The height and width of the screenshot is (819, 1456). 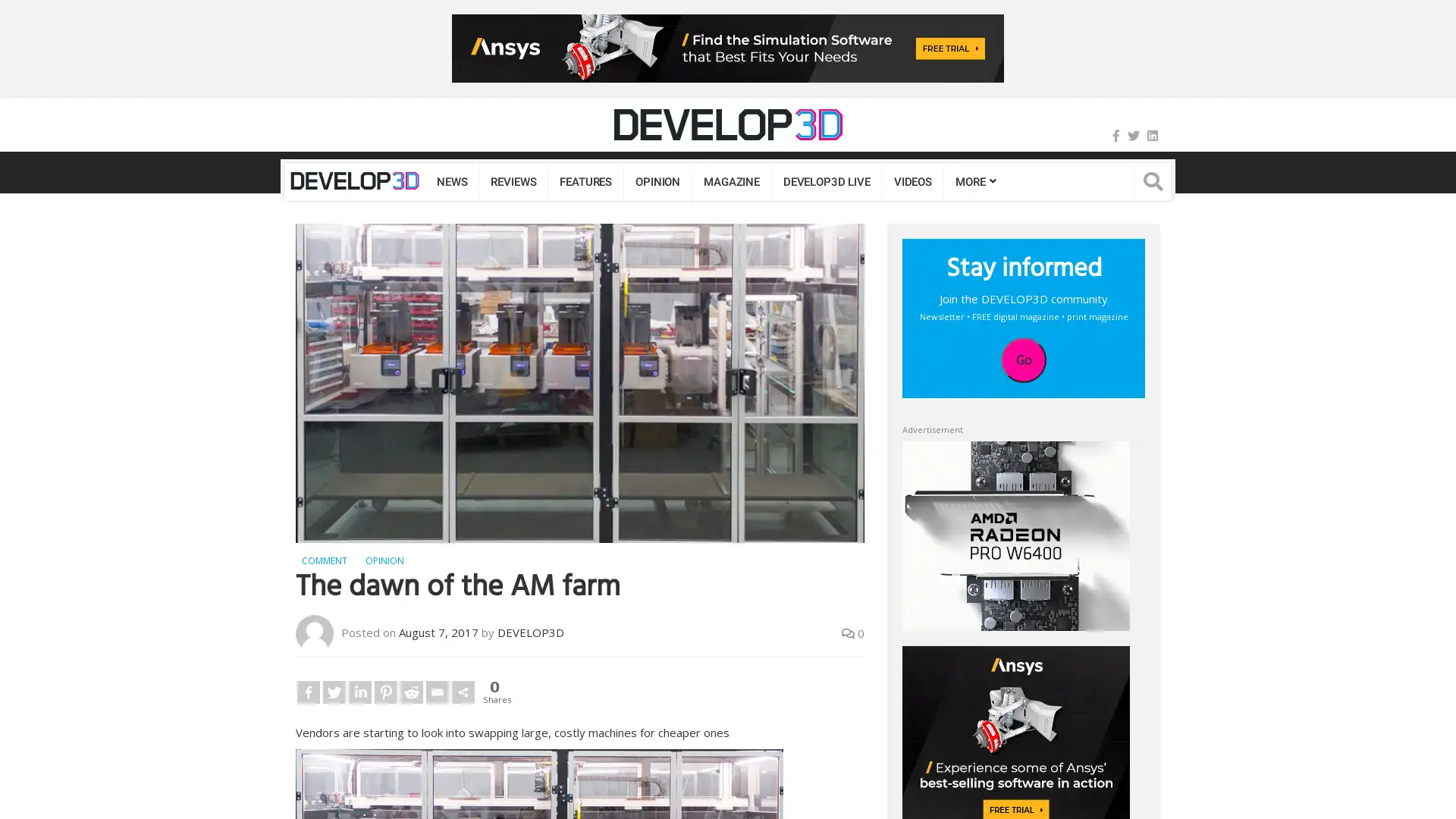 What do you see at coordinates (1023, 359) in the screenshot?
I see `Go` at bounding box center [1023, 359].